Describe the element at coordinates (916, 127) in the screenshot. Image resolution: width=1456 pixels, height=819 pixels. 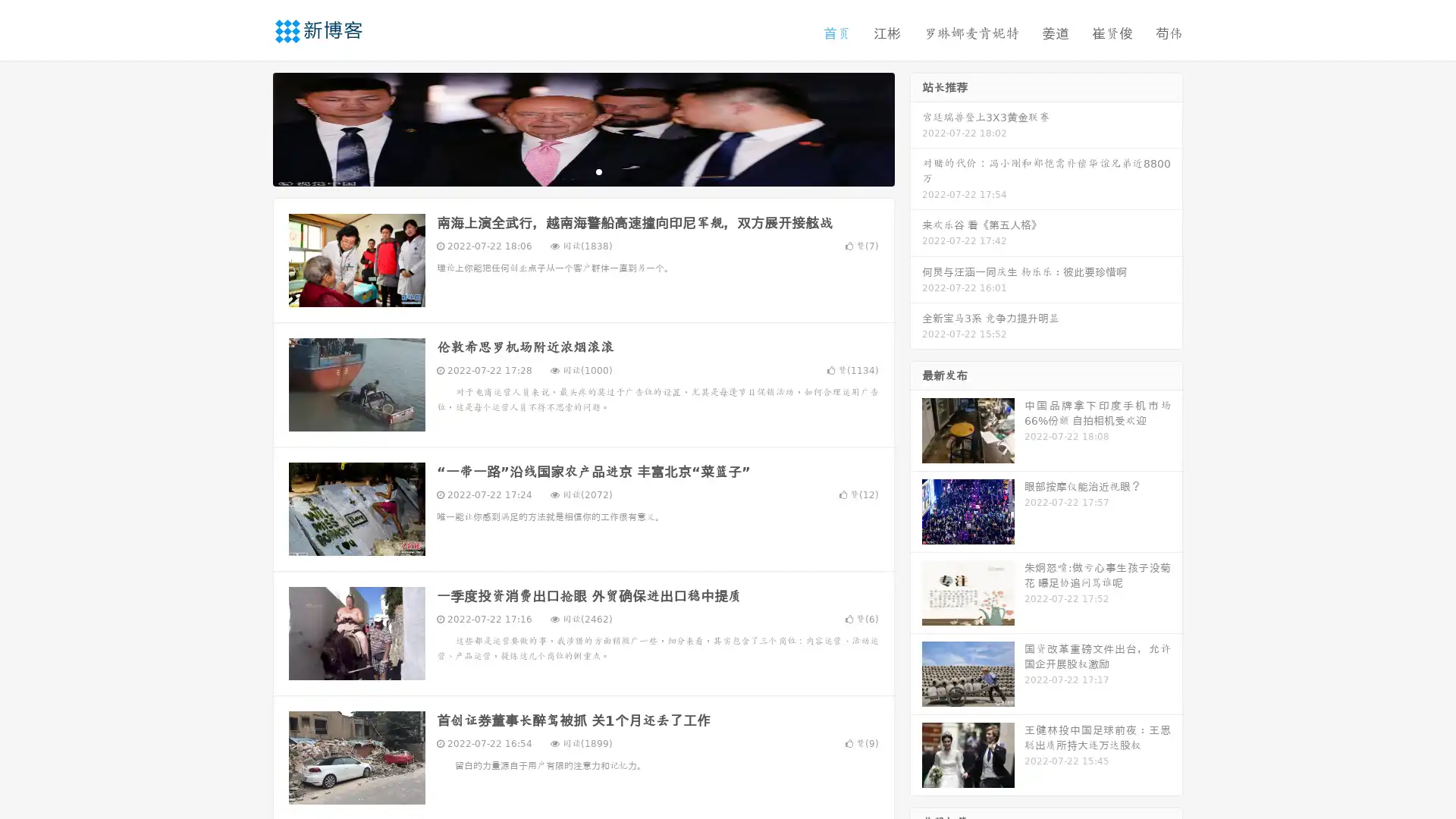
I see `Next slide` at that location.